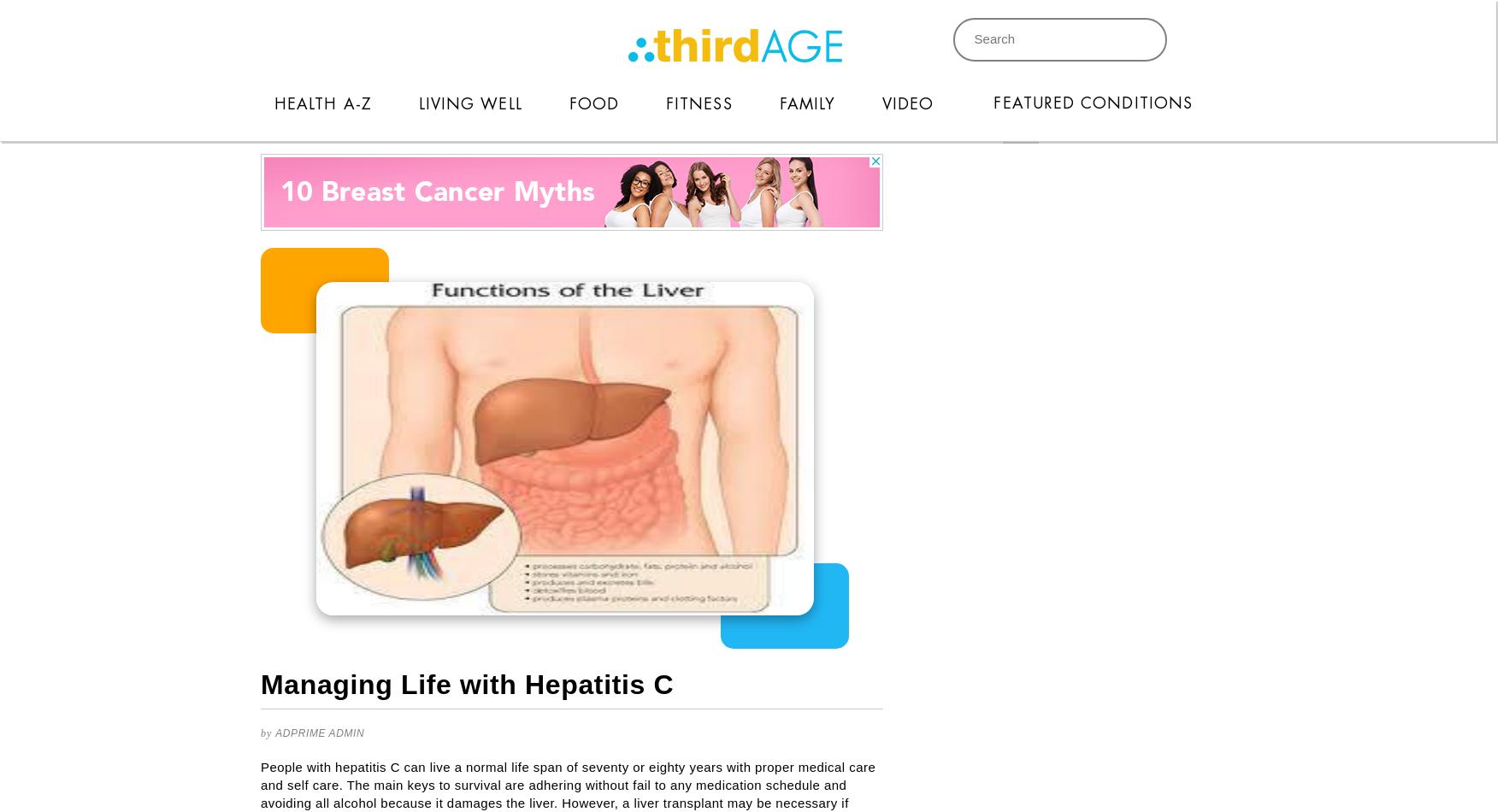 The height and width of the screenshot is (812, 1509). Describe the element at coordinates (806, 103) in the screenshot. I see `'Family'` at that location.